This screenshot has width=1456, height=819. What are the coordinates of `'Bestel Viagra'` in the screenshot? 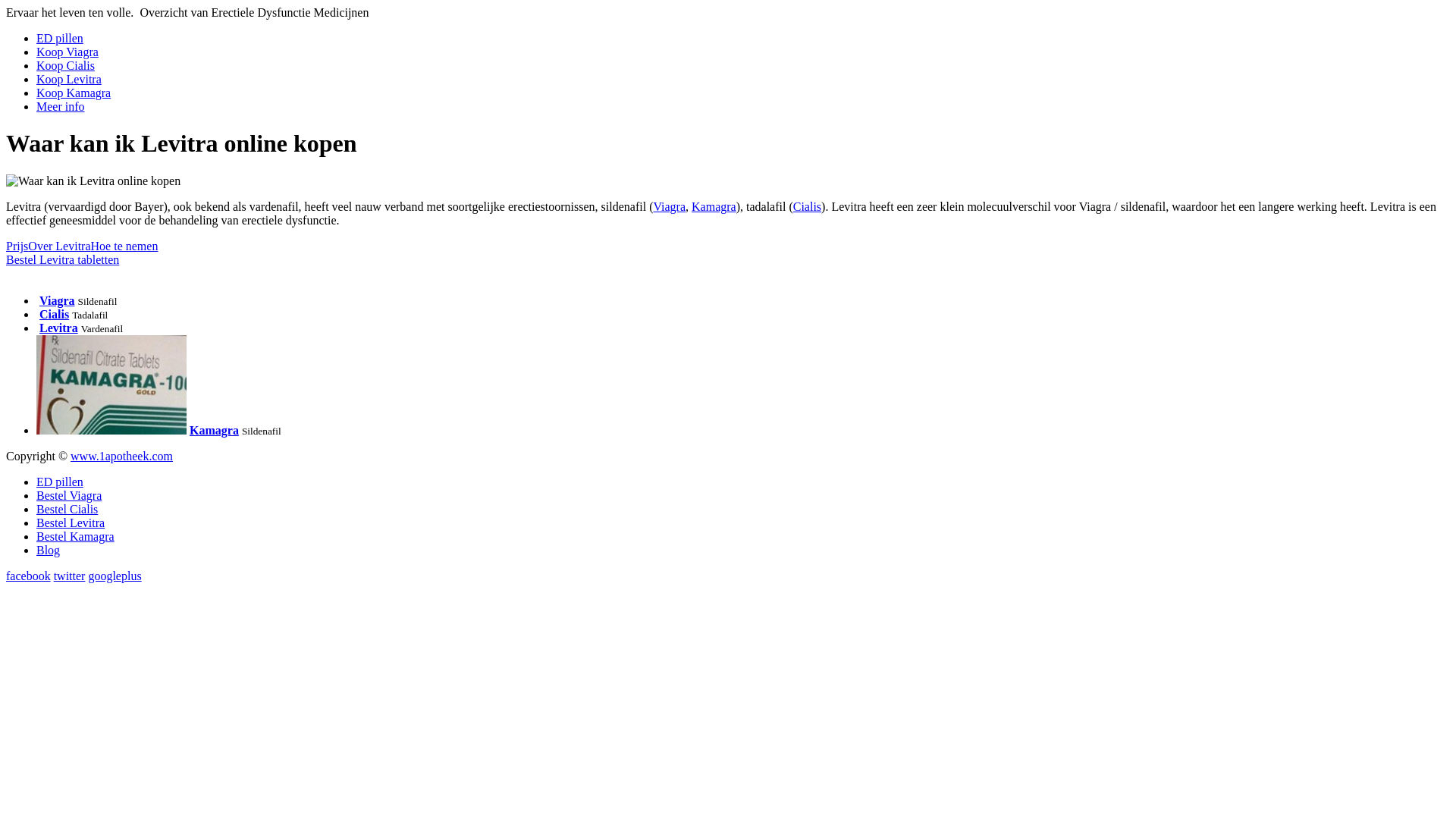 It's located at (36, 495).